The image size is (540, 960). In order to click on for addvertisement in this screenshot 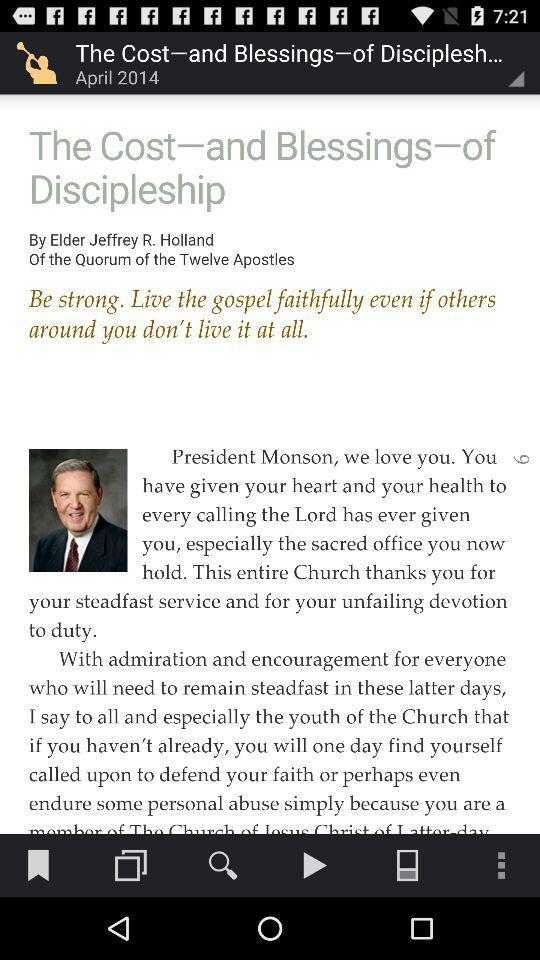, I will do `click(270, 416)`.